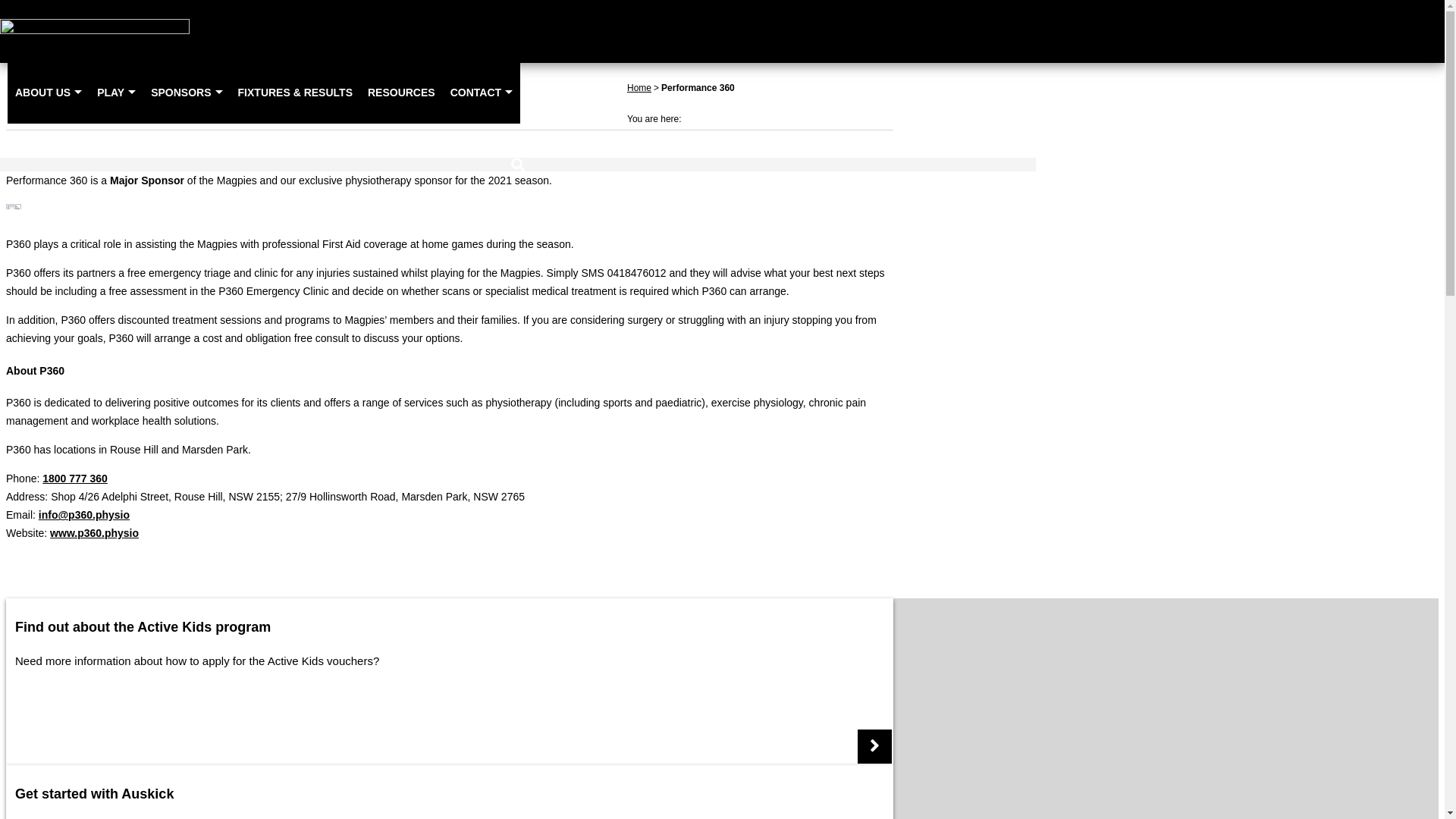 This screenshot has height=819, width=1456. I want to click on 'info@p360.physio', so click(83, 513).